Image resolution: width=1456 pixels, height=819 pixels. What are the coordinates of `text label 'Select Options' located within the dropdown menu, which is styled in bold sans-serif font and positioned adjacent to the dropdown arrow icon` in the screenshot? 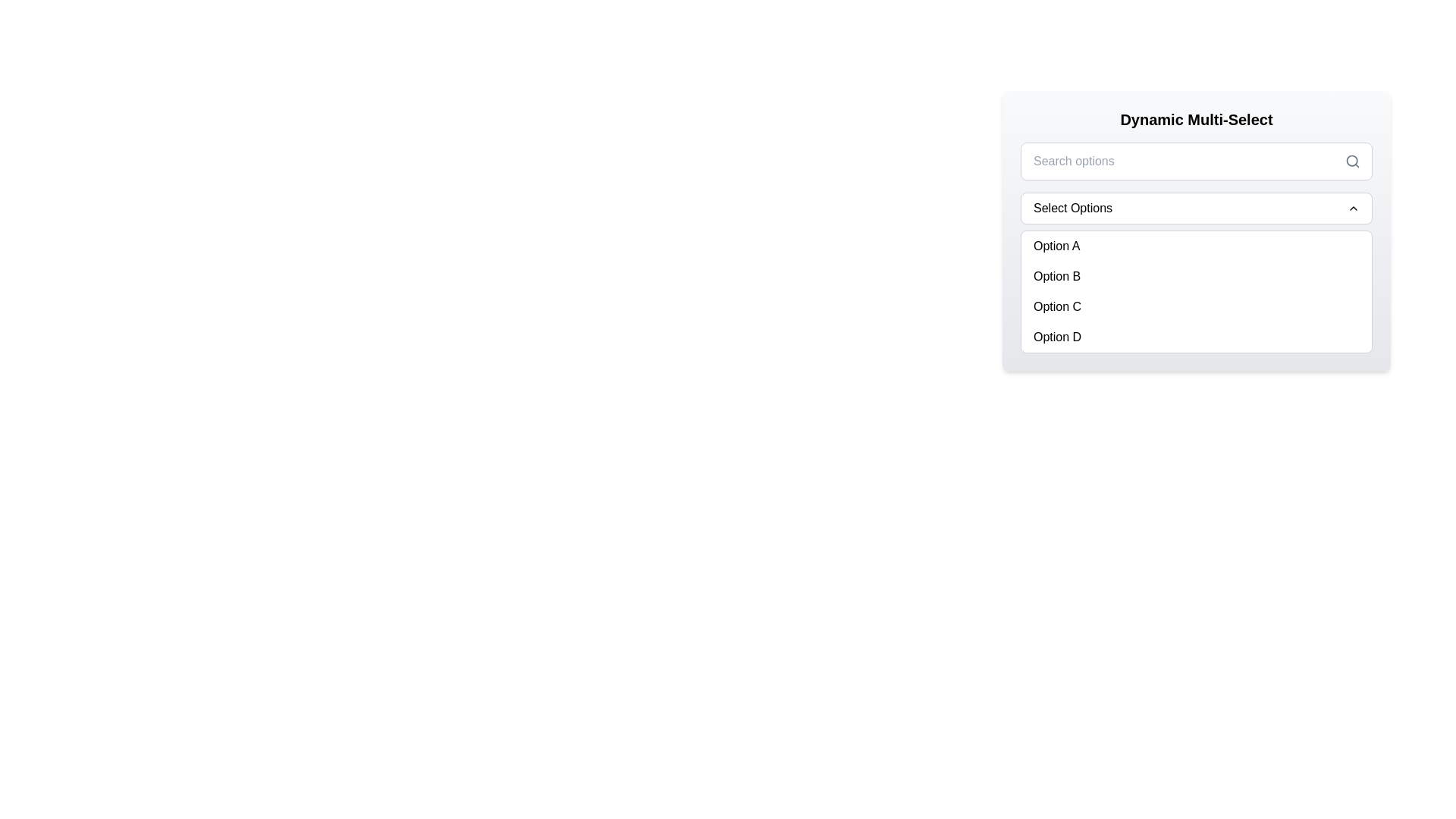 It's located at (1072, 208).